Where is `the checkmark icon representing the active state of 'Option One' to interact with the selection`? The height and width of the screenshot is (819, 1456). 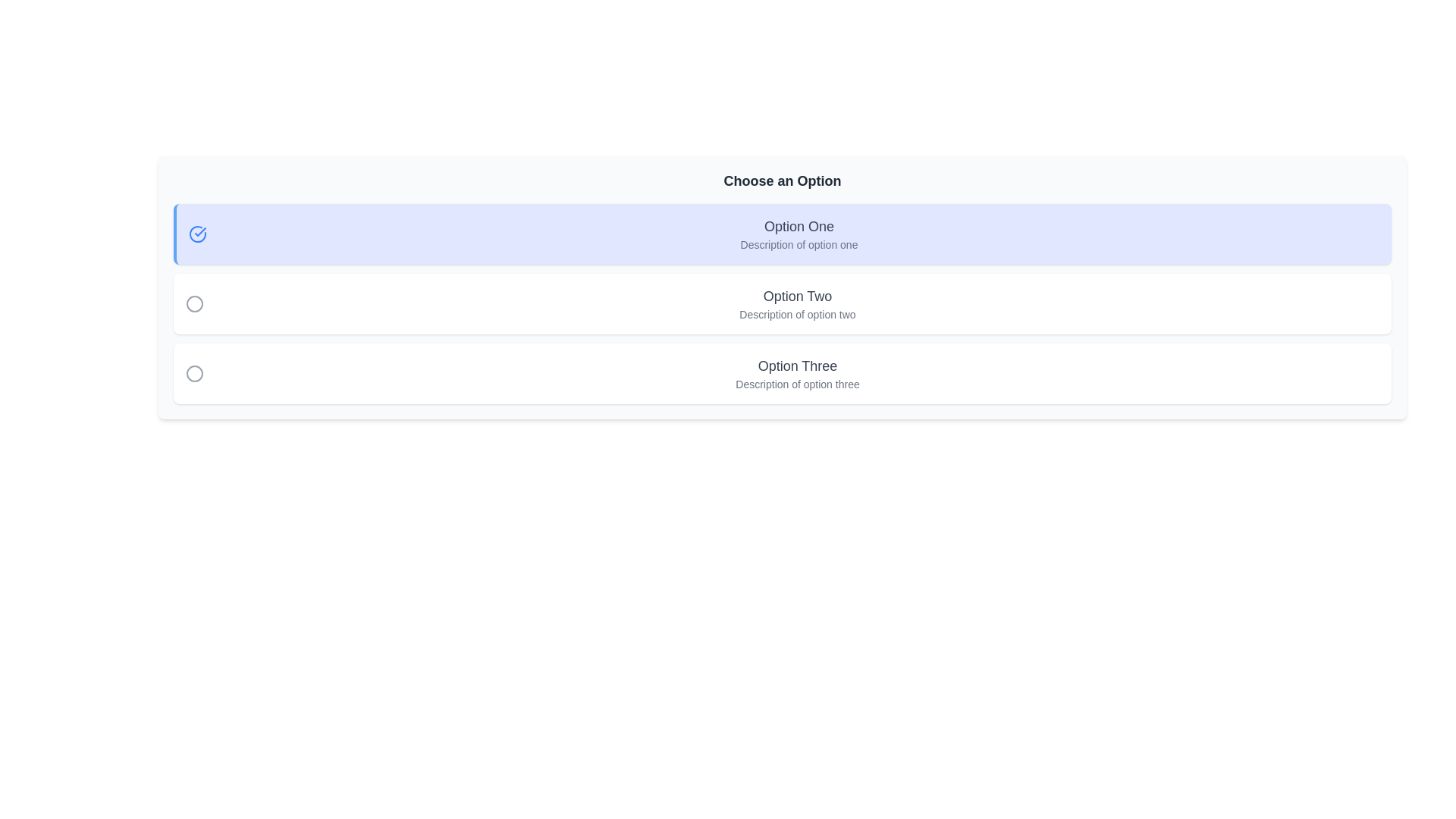 the checkmark icon representing the active state of 'Option One' to interact with the selection is located at coordinates (199, 231).